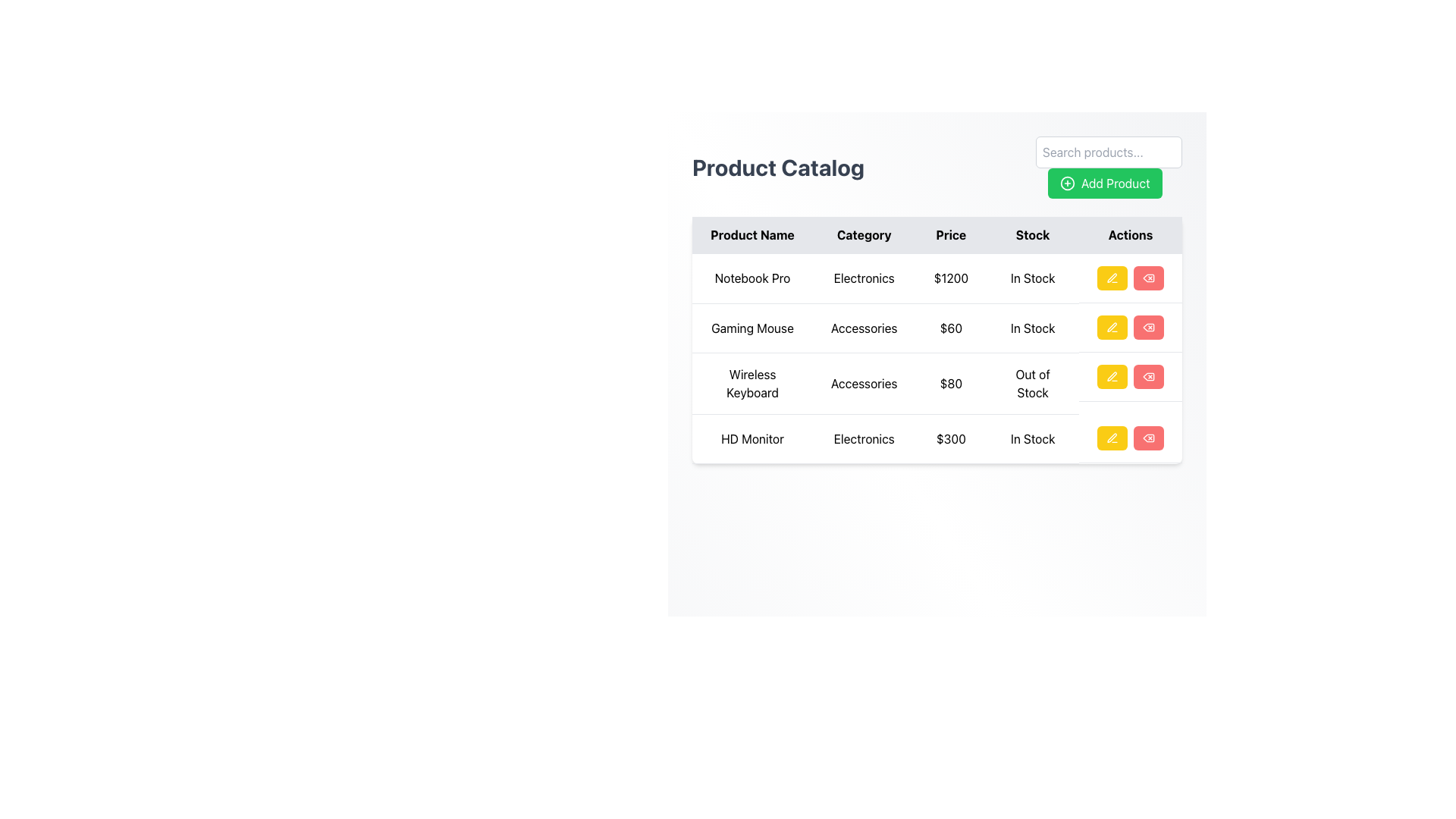 The width and height of the screenshot is (1456, 819). What do you see at coordinates (950, 278) in the screenshot?
I see `the price label for the 'Notebook Pro' in the 'Electronics' category, located in the third column of the first row of the product information table` at bounding box center [950, 278].